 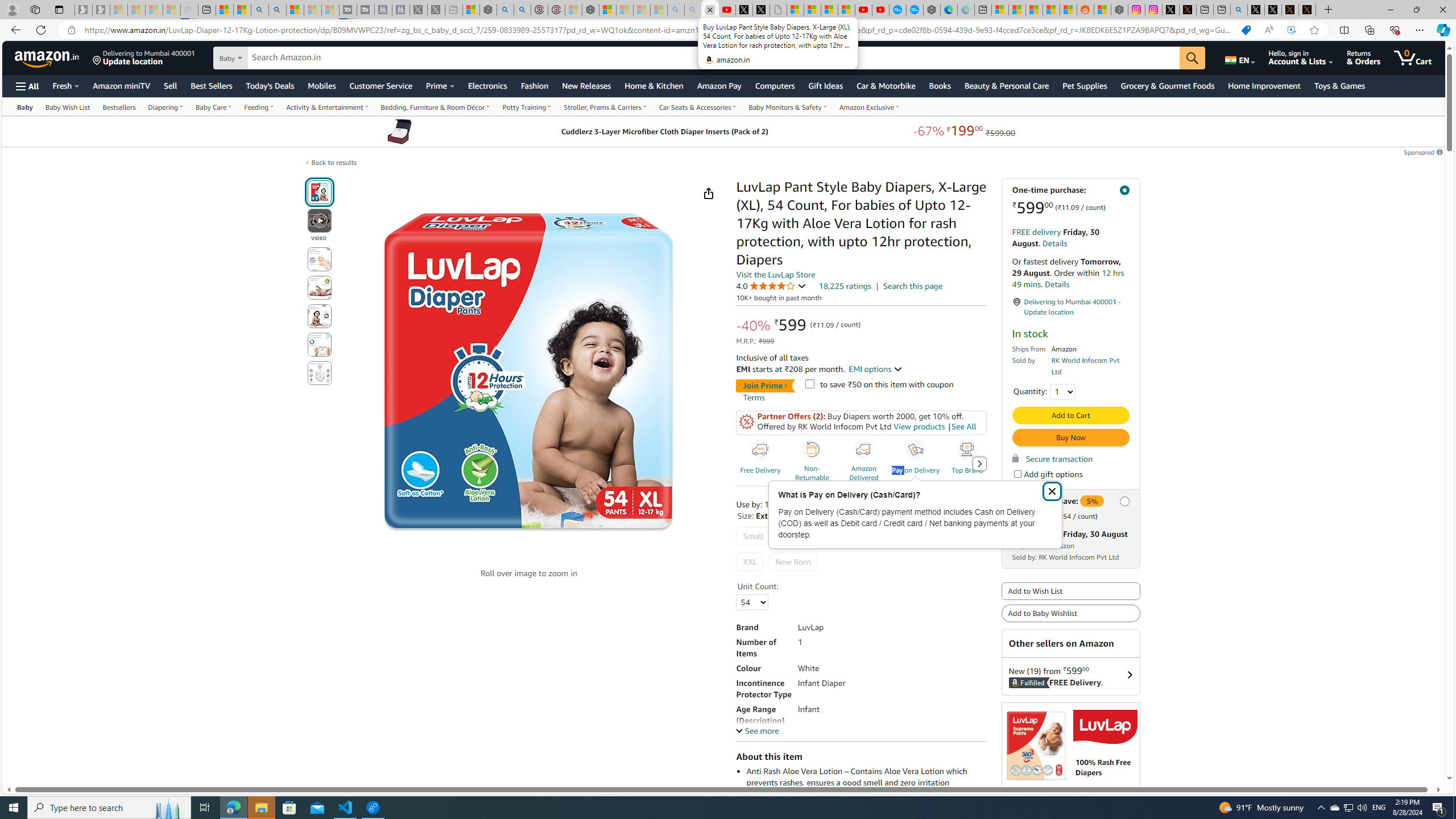 I want to click on 'github - Search', so click(x=1238, y=9).